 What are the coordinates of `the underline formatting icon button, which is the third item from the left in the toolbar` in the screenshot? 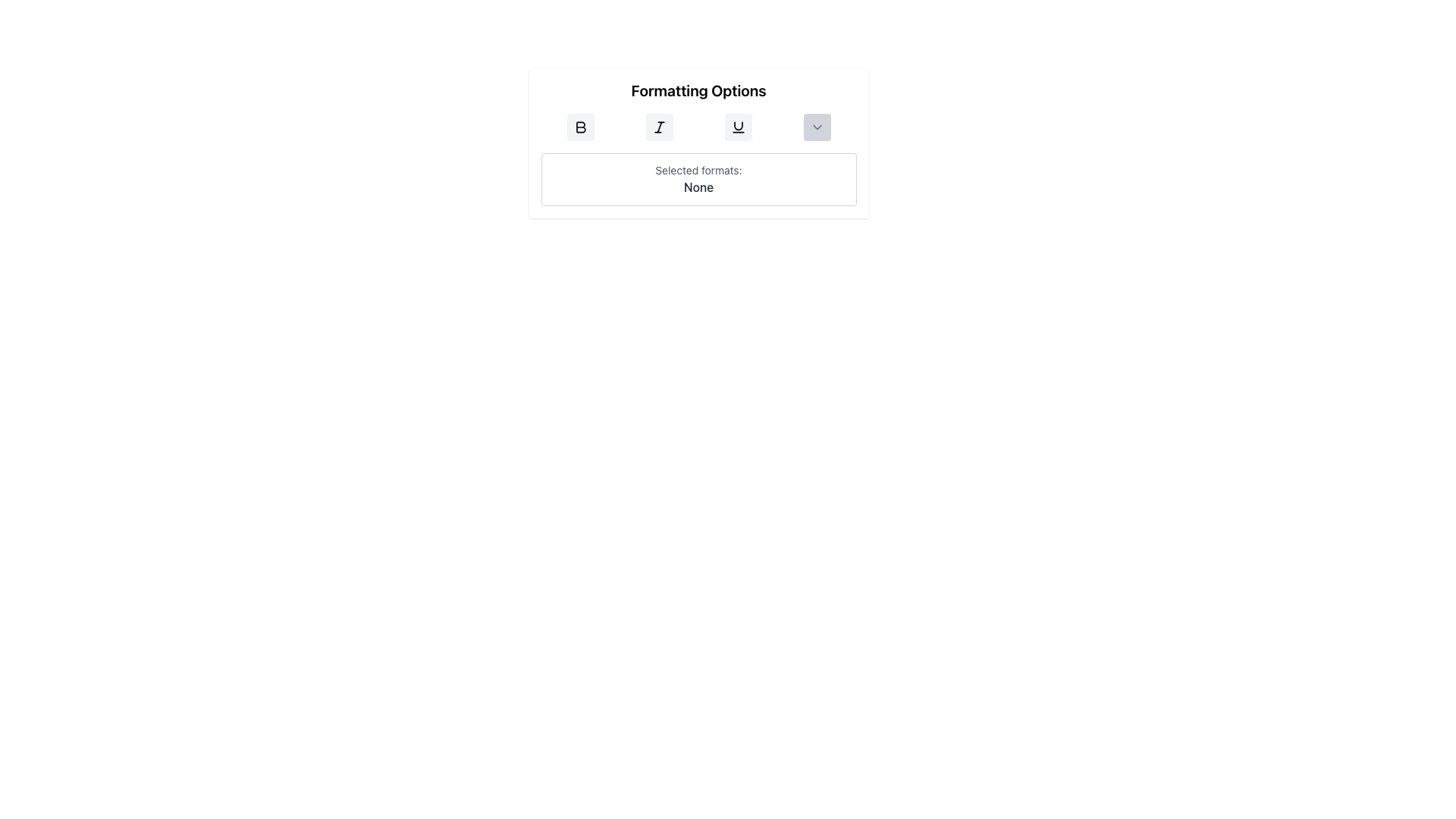 It's located at (738, 127).